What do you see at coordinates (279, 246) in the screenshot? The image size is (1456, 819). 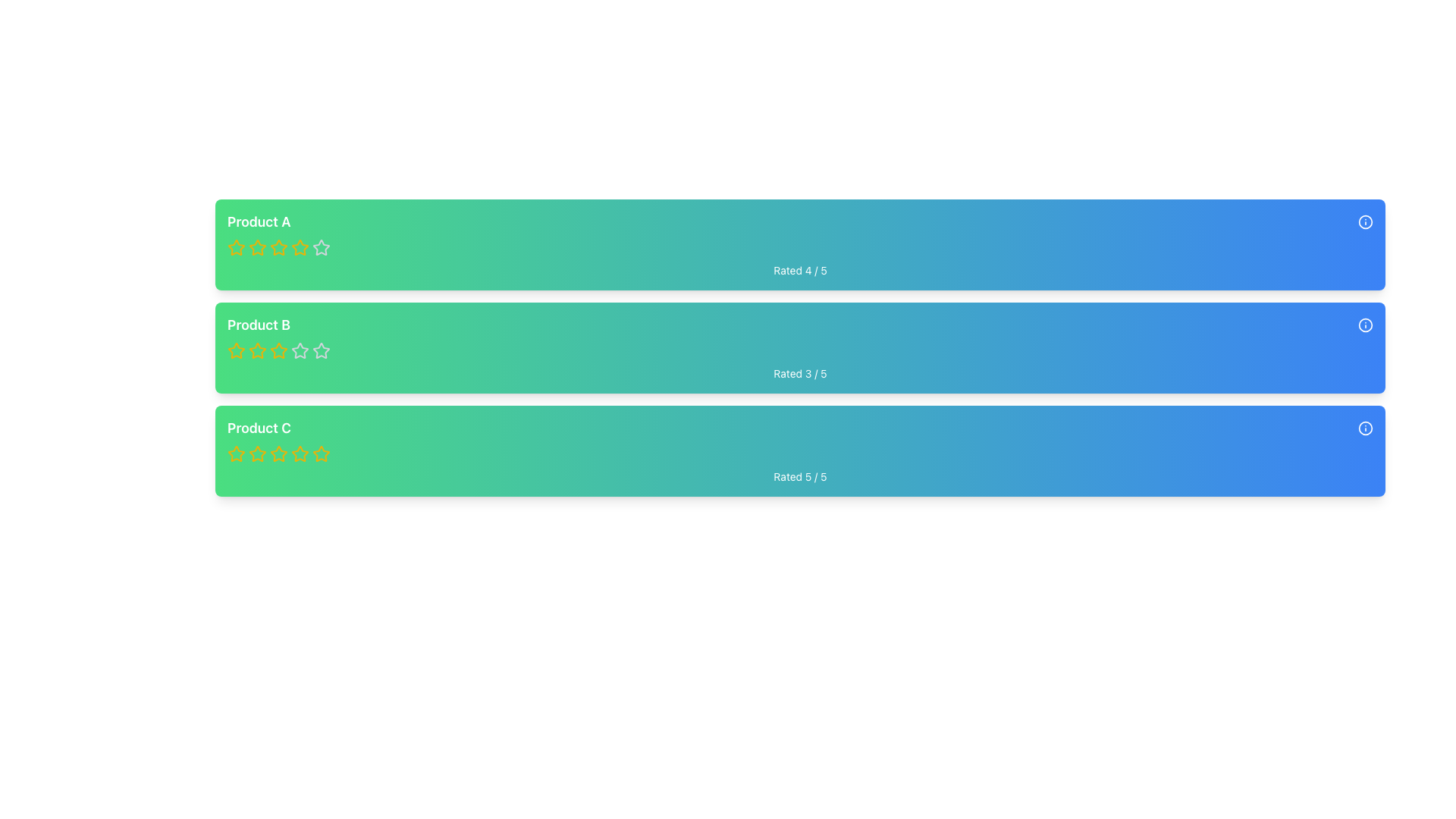 I see `the fourth star in the row of five stars for 'Product A'` at bounding box center [279, 246].